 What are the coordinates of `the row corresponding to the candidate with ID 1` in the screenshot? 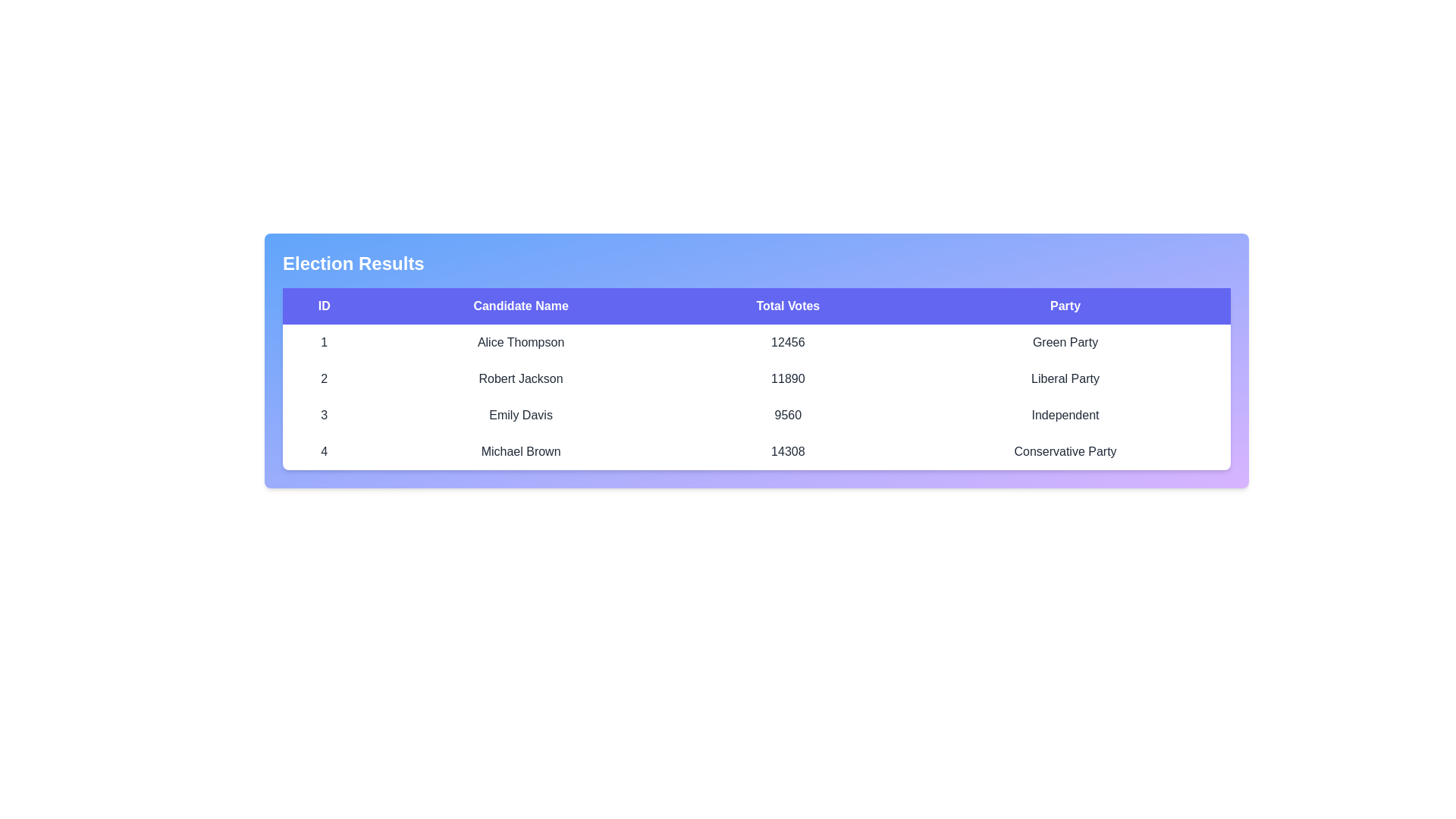 It's located at (757, 342).